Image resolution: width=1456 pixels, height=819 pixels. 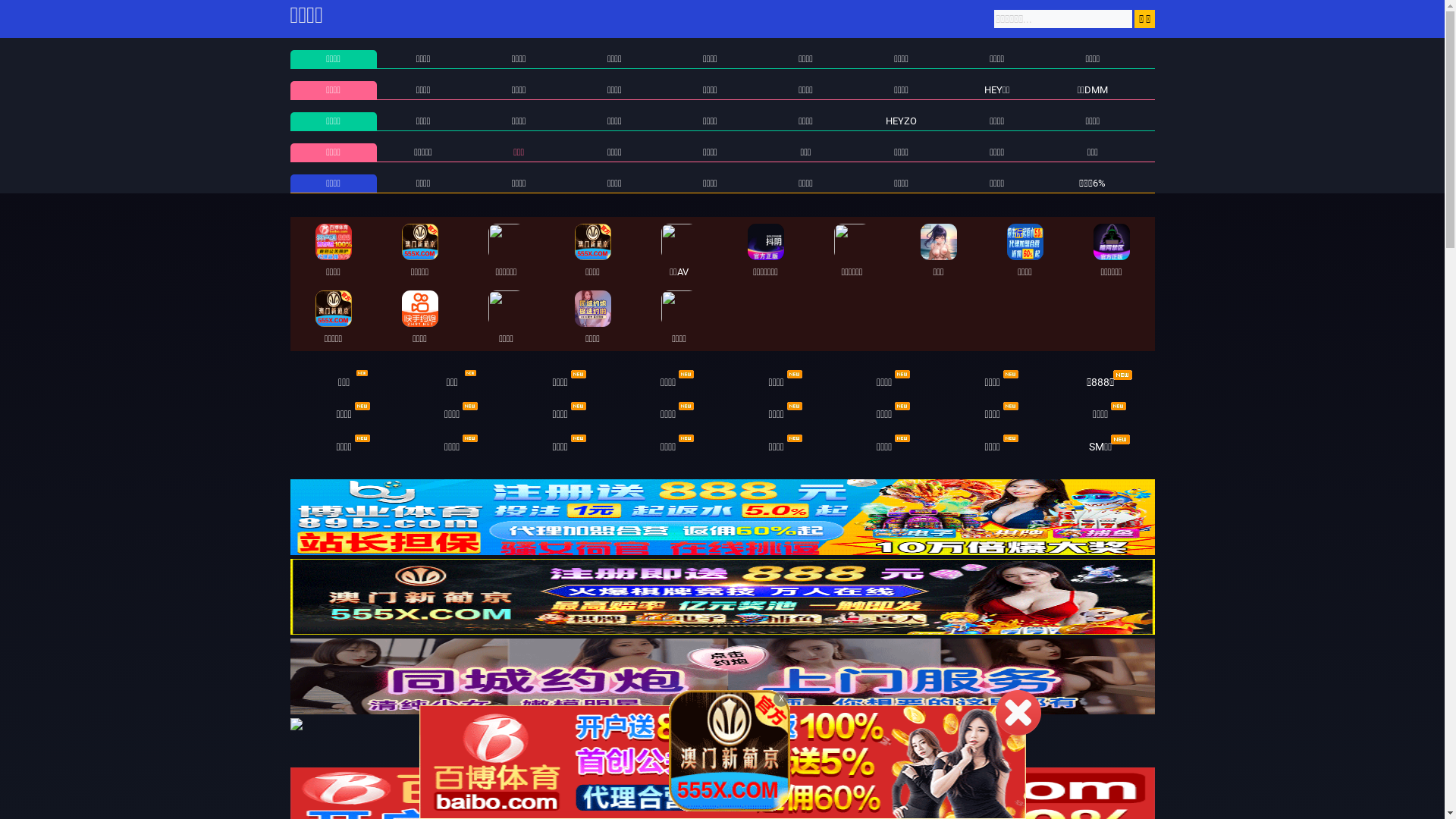 I want to click on 'HEYZO', so click(x=901, y=120).